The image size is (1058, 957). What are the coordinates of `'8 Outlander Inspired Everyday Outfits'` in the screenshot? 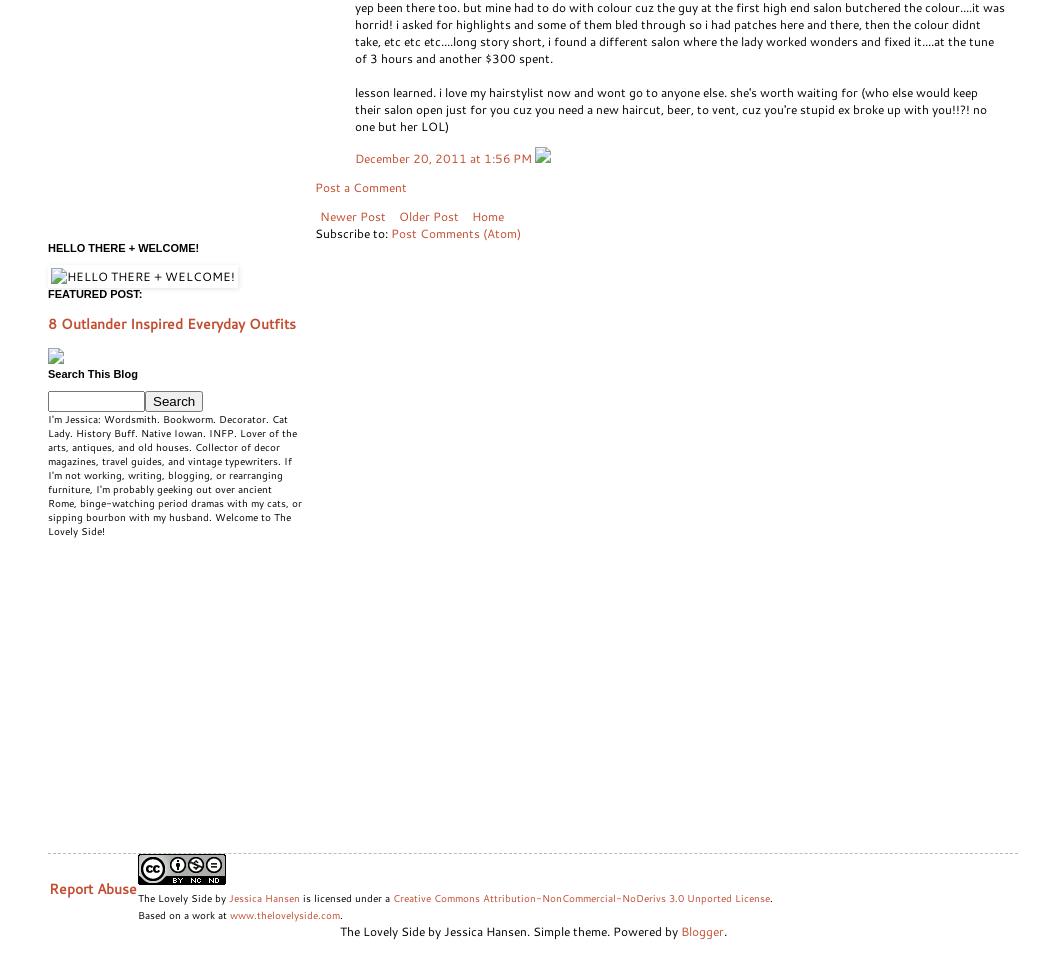 It's located at (48, 324).